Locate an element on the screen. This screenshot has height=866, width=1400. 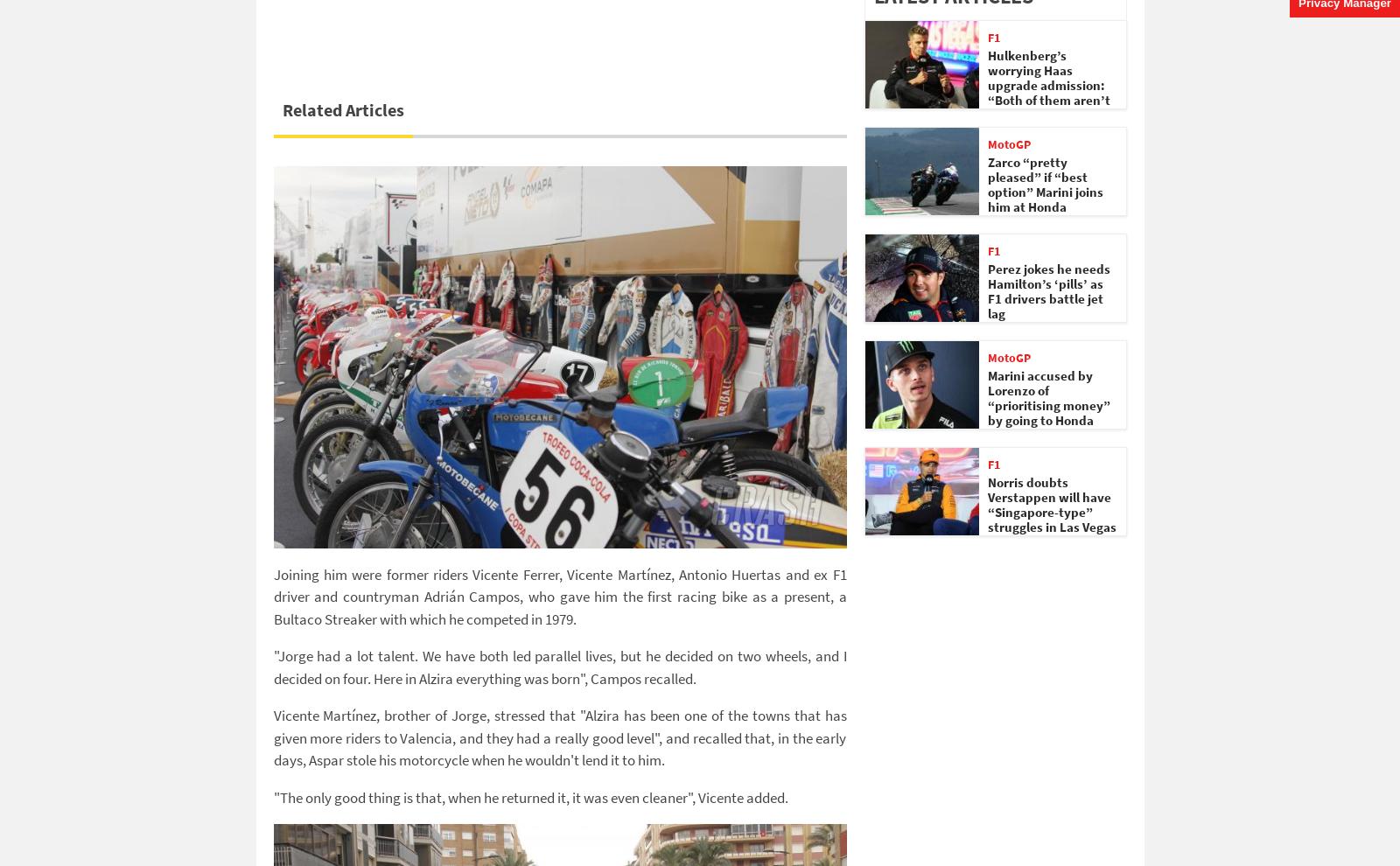
'Vicente Martínez, brother of Jorge, stressed that "Alzira has been one of the towns that has given more riders to Valencia, and they had a really good level", and recalled that, in the early days, Aspar stole his motorcycle when he wouldn't lend it to him.' is located at coordinates (559, 737).